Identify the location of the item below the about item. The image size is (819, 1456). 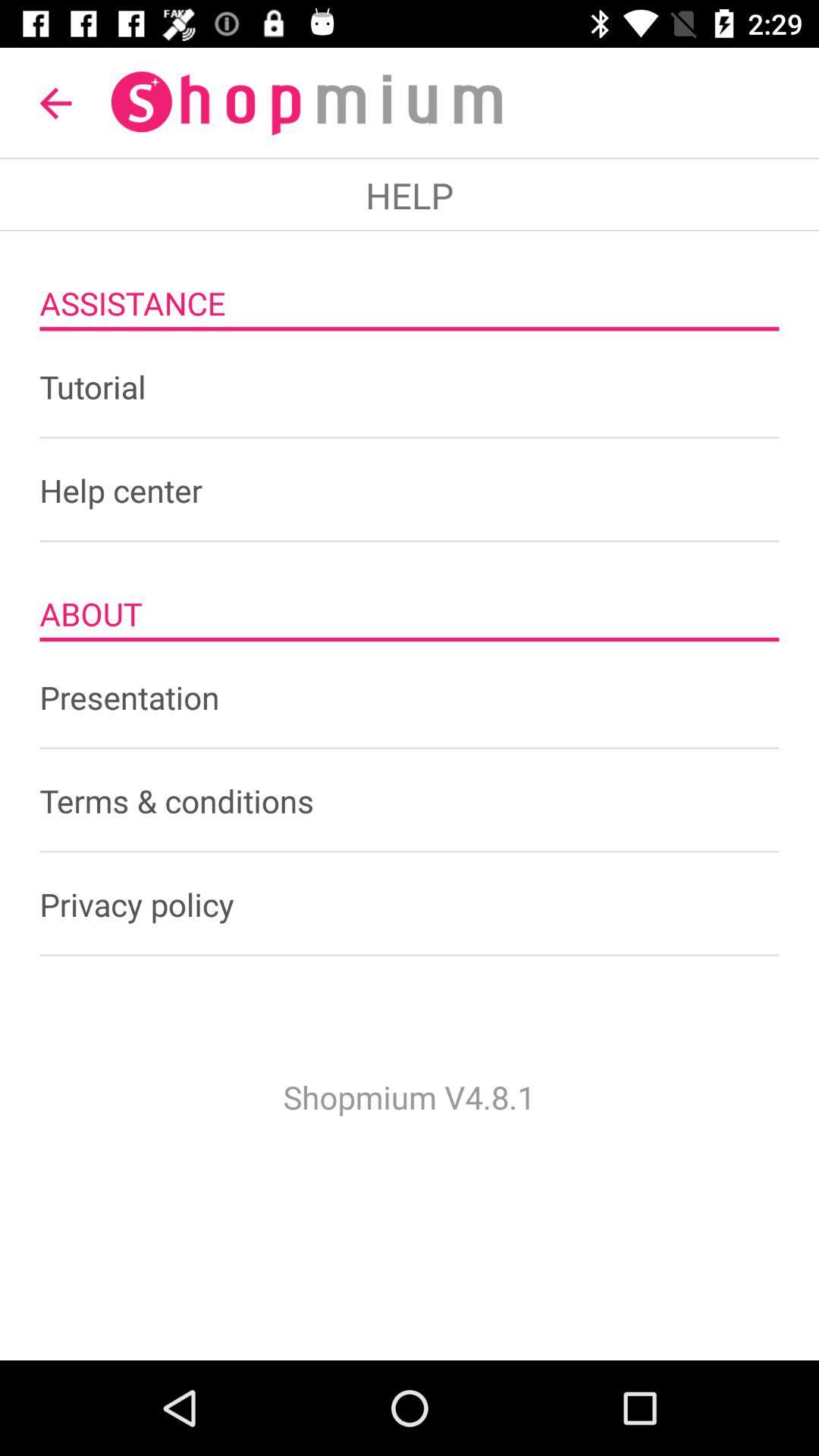
(409, 696).